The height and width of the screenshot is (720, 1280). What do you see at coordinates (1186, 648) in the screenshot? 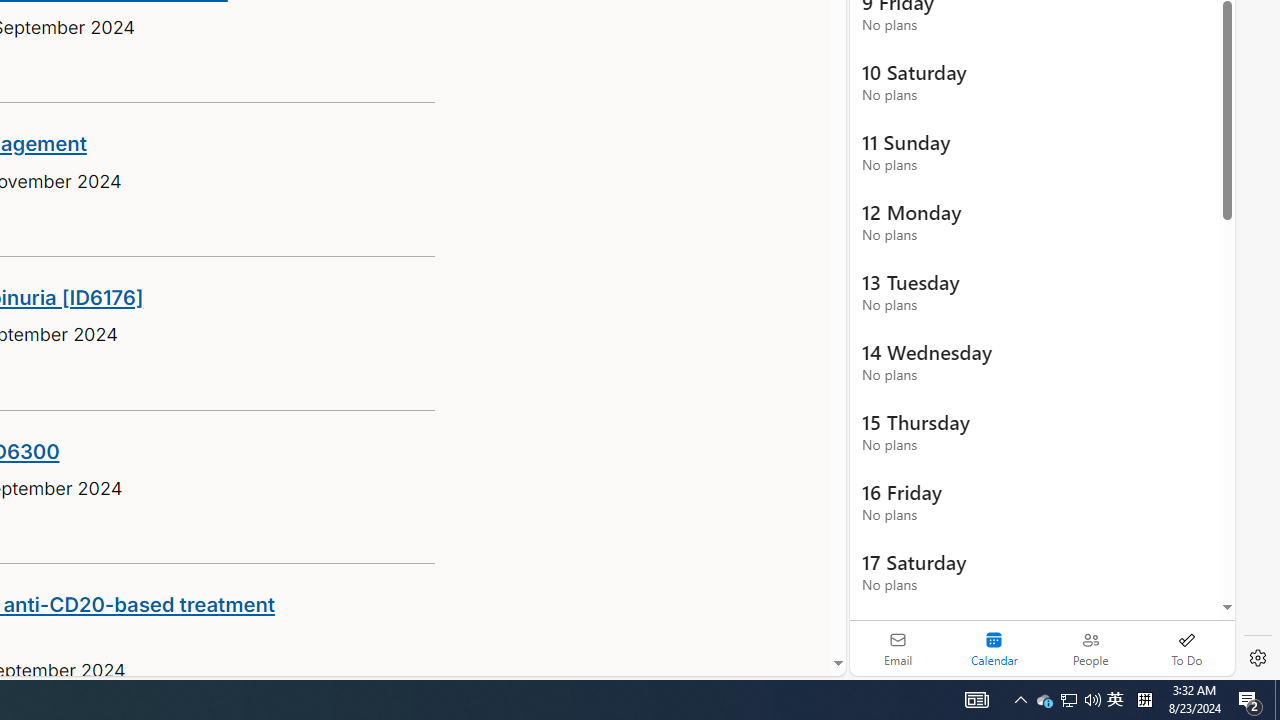
I see `'To Do'` at bounding box center [1186, 648].